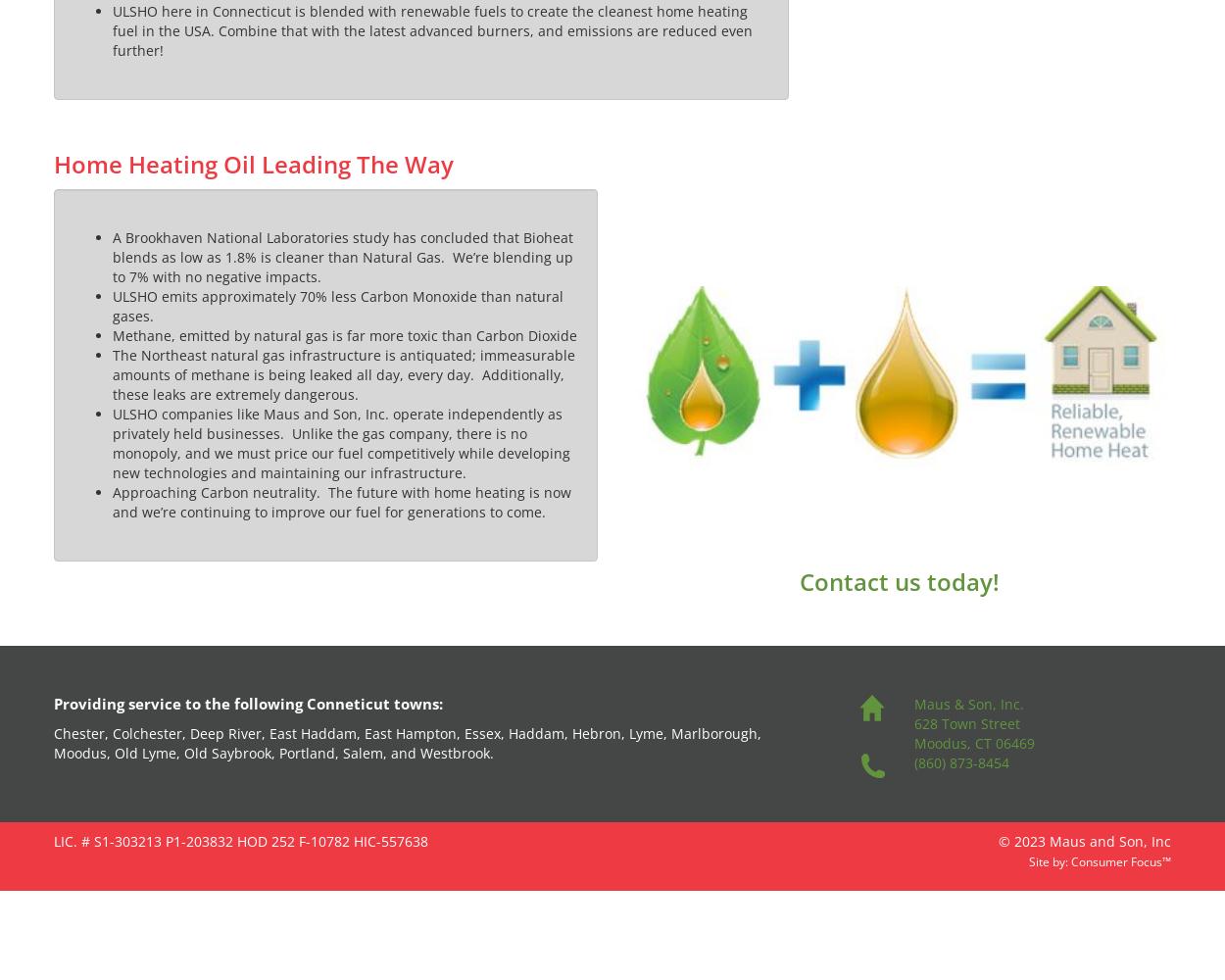 The image size is (1225, 980). I want to click on 'Moodus, CT 06469', so click(972, 743).